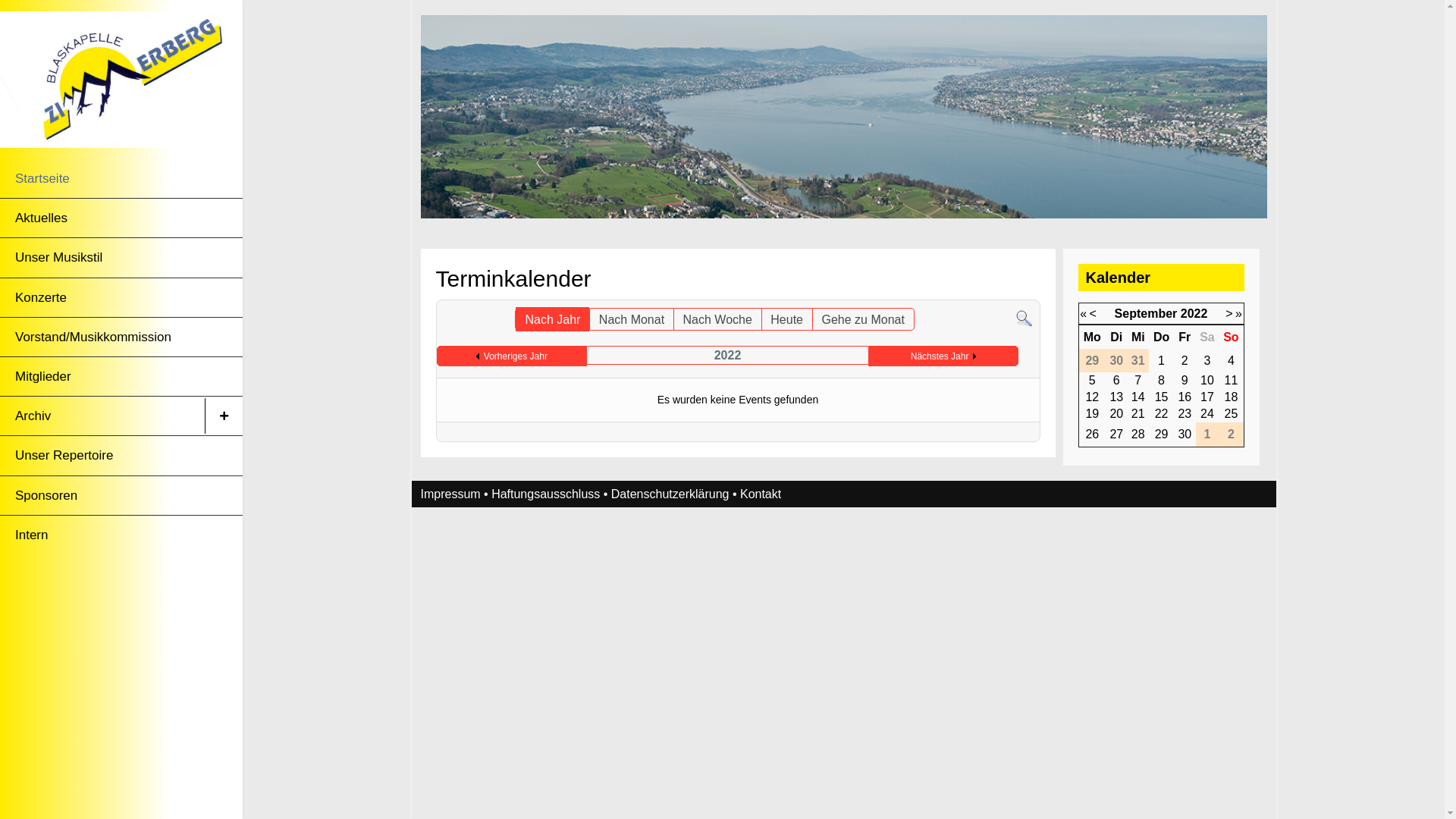  What do you see at coordinates (1231, 396) in the screenshot?
I see `'18'` at bounding box center [1231, 396].